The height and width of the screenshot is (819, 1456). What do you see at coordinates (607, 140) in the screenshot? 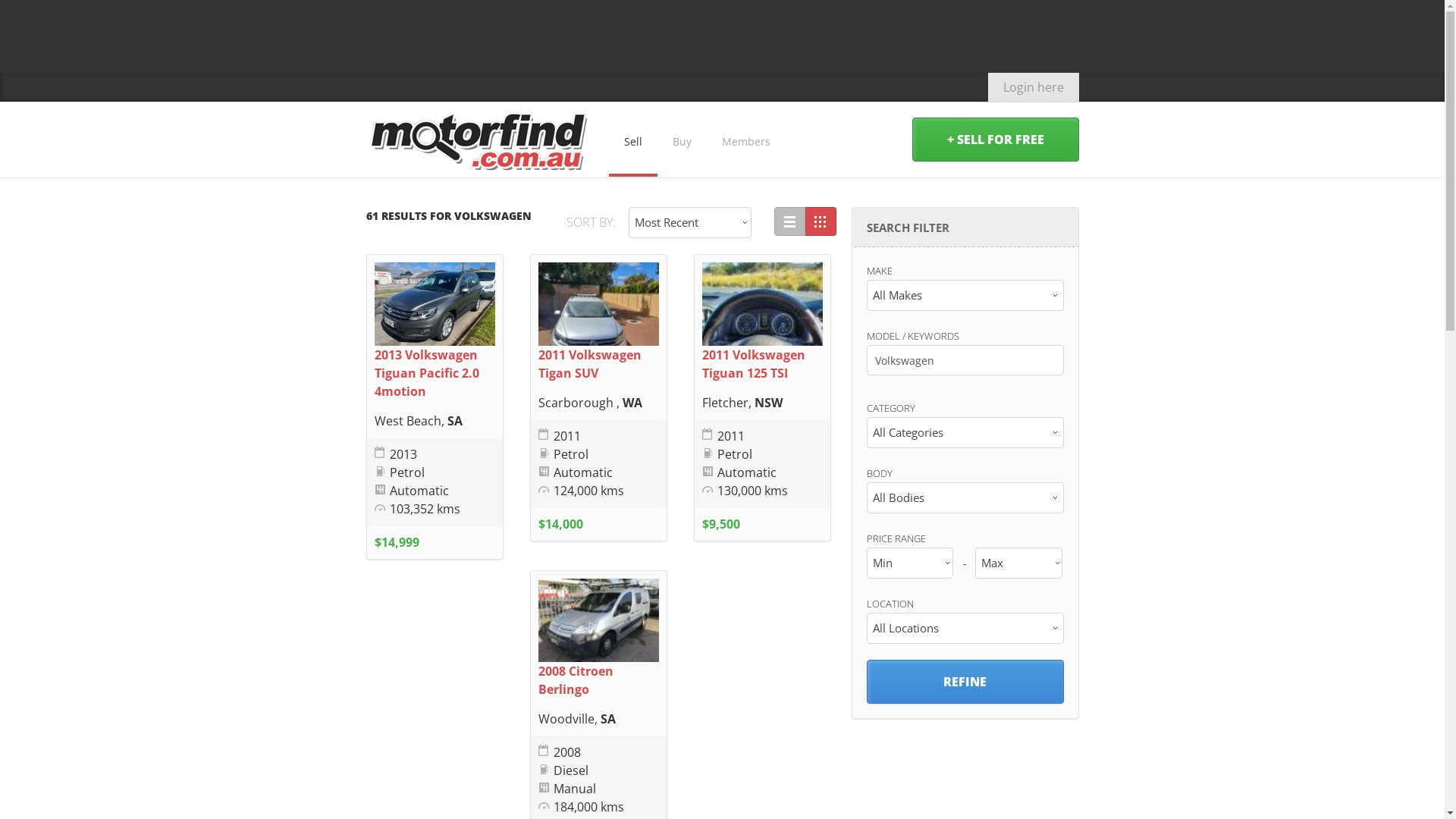
I see `'Sell'` at bounding box center [607, 140].